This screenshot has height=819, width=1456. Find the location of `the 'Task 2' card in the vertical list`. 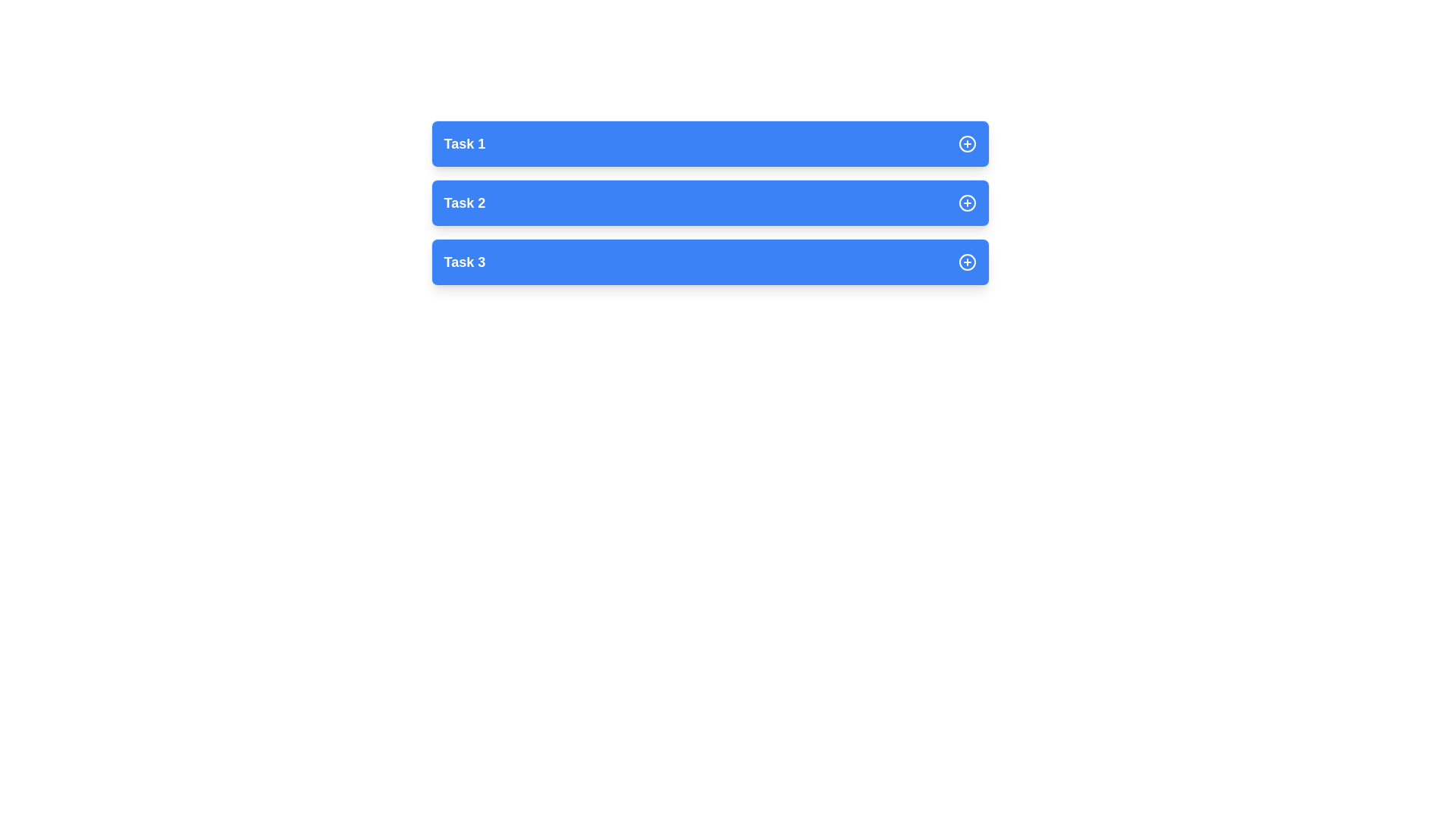

the 'Task 2' card in the vertical list is located at coordinates (709, 202).